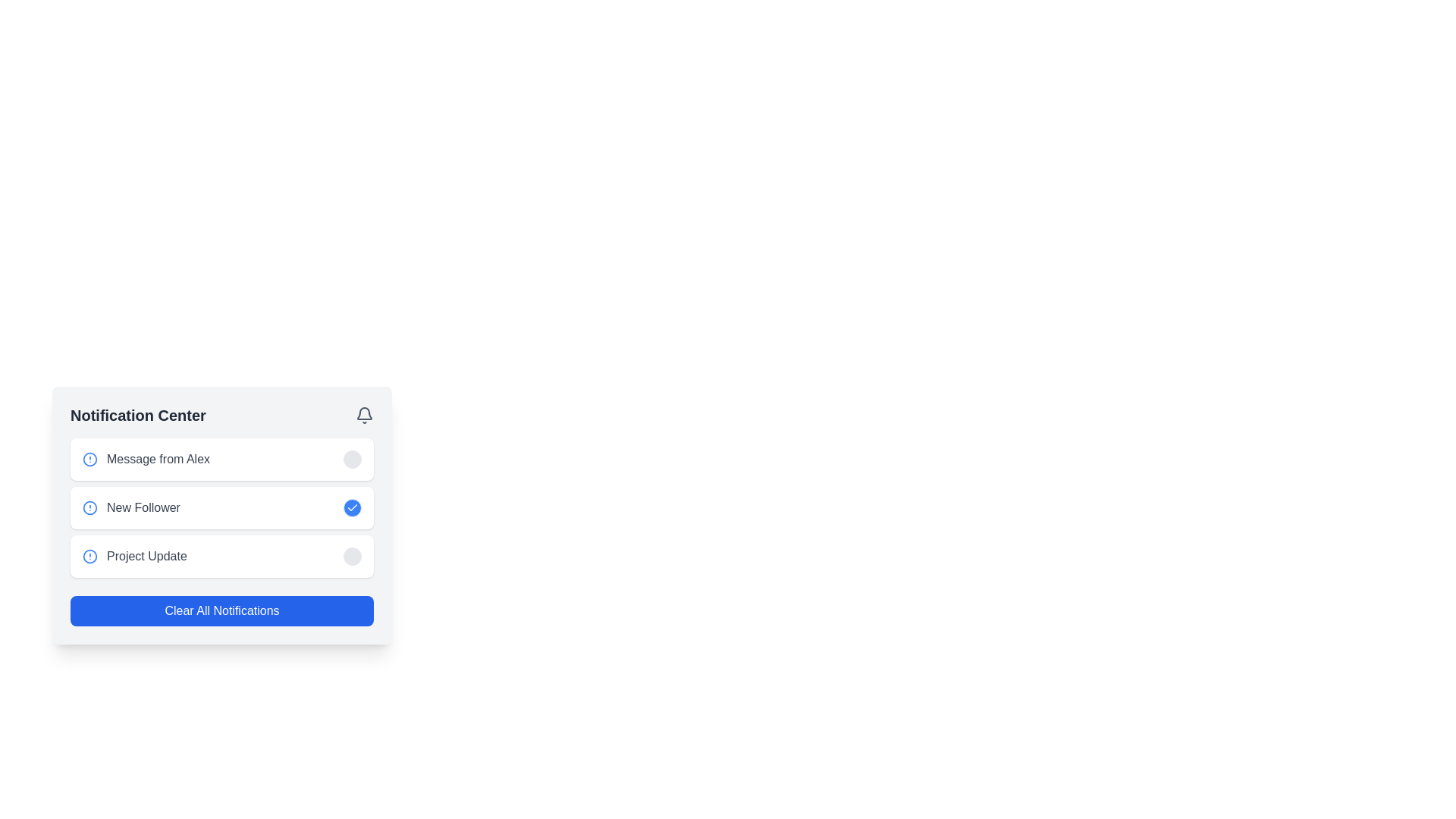 This screenshot has height=819, width=1456. I want to click on the Text label summarizing the content of the first notification item, which is positioned to the left of a circular icon, so click(158, 458).